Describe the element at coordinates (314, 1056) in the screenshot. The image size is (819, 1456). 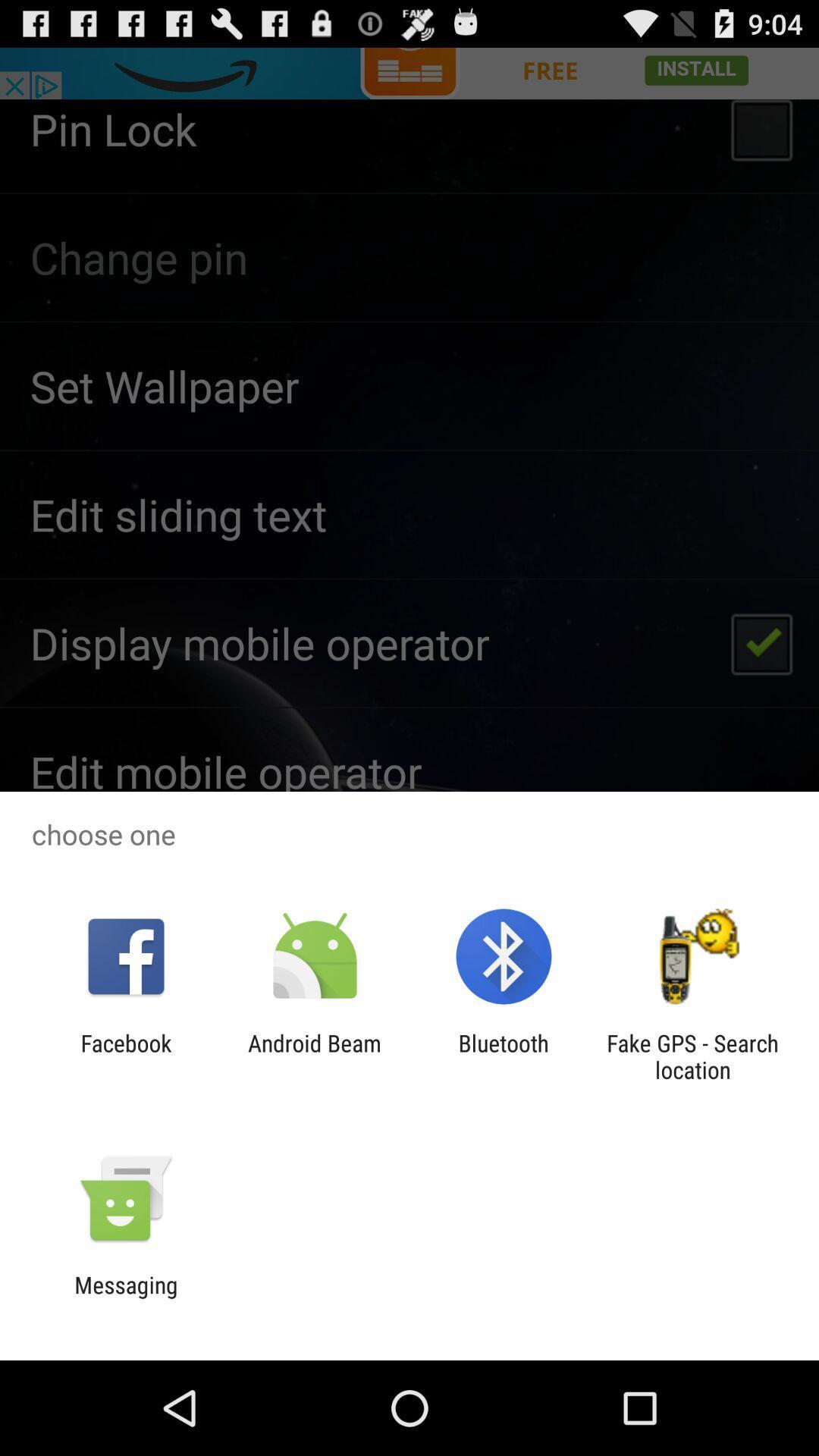
I see `the icon next to facebook` at that location.